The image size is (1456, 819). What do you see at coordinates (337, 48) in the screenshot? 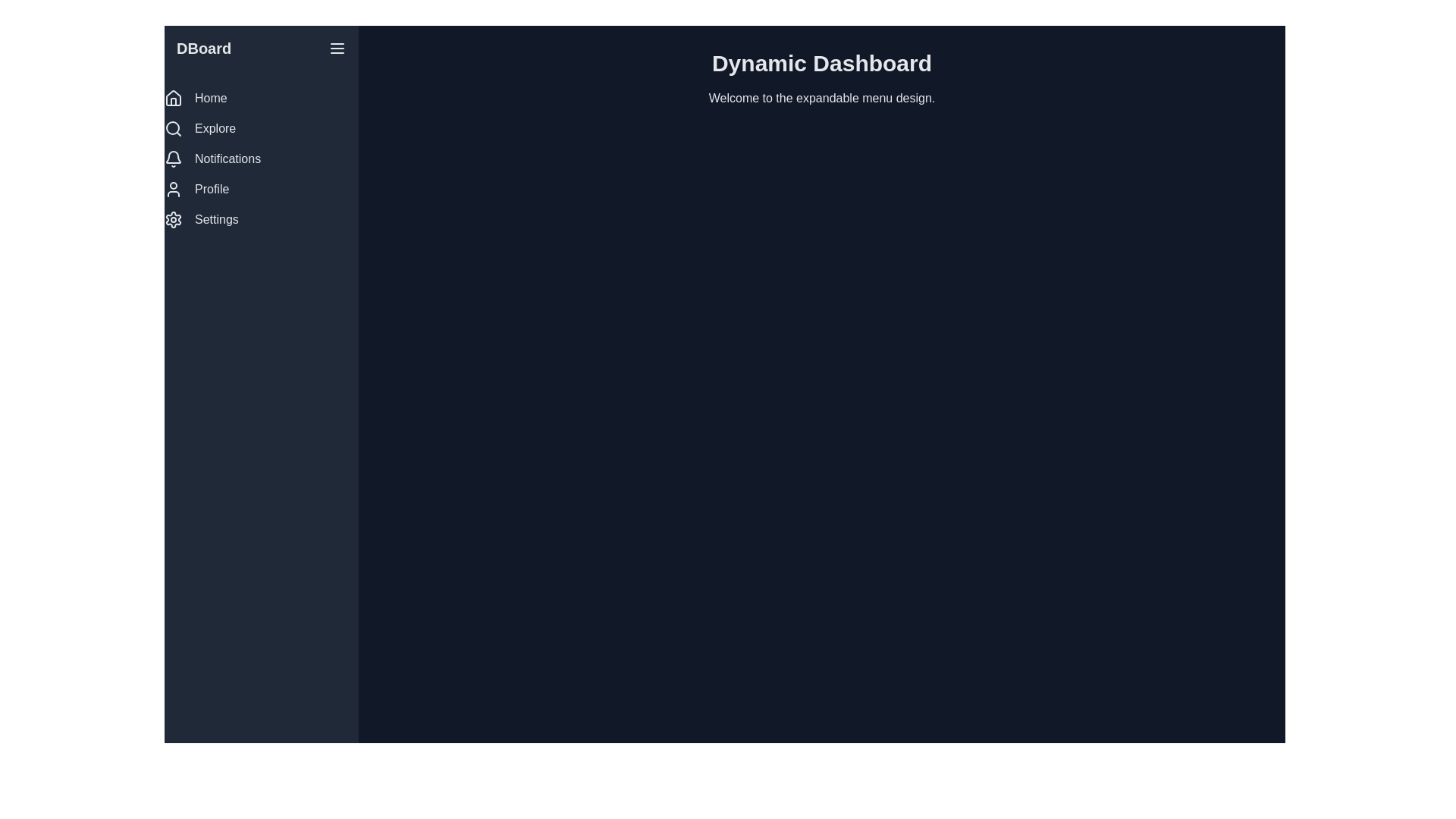
I see `the interactive button located at the top right corner of the panel, next to the label 'DBoard'` at bounding box center [337, 48].